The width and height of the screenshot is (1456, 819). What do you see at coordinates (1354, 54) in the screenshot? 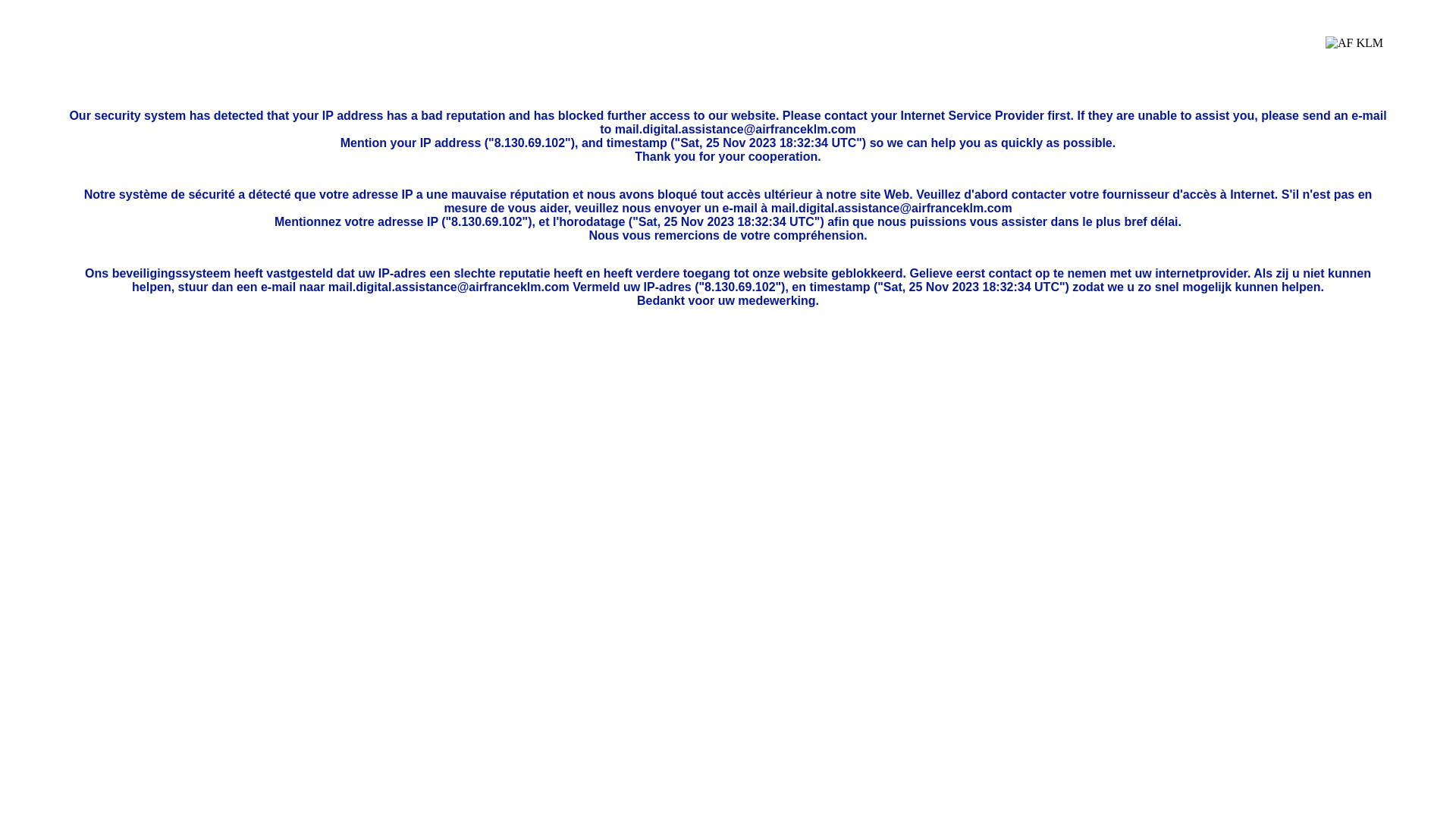
I see `'AF KLM'` at bounding box center [1354, 54].